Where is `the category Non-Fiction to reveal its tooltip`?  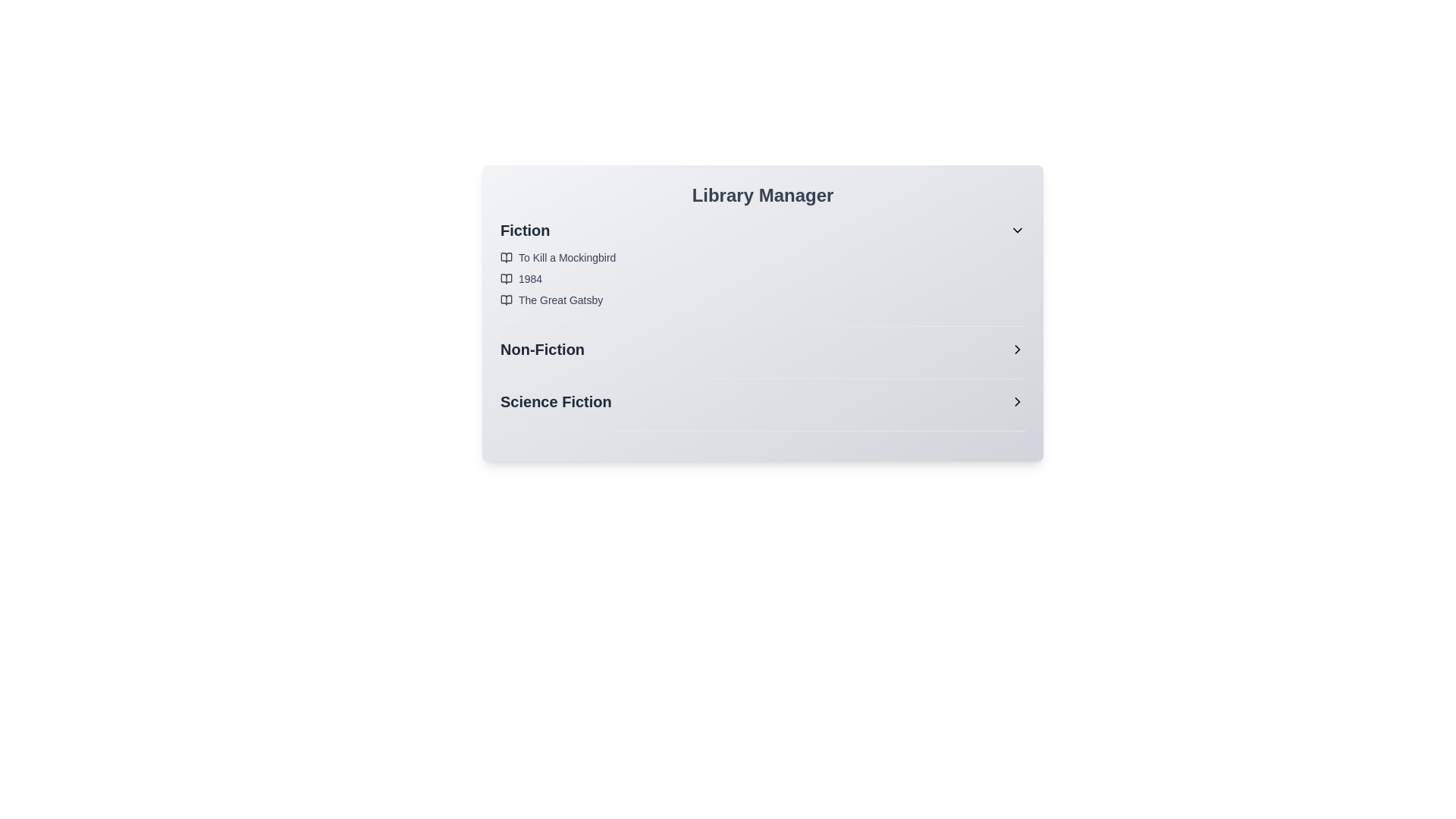
the category Non-Fiction to reveal its tooltip is located at coordinates (763, 350).